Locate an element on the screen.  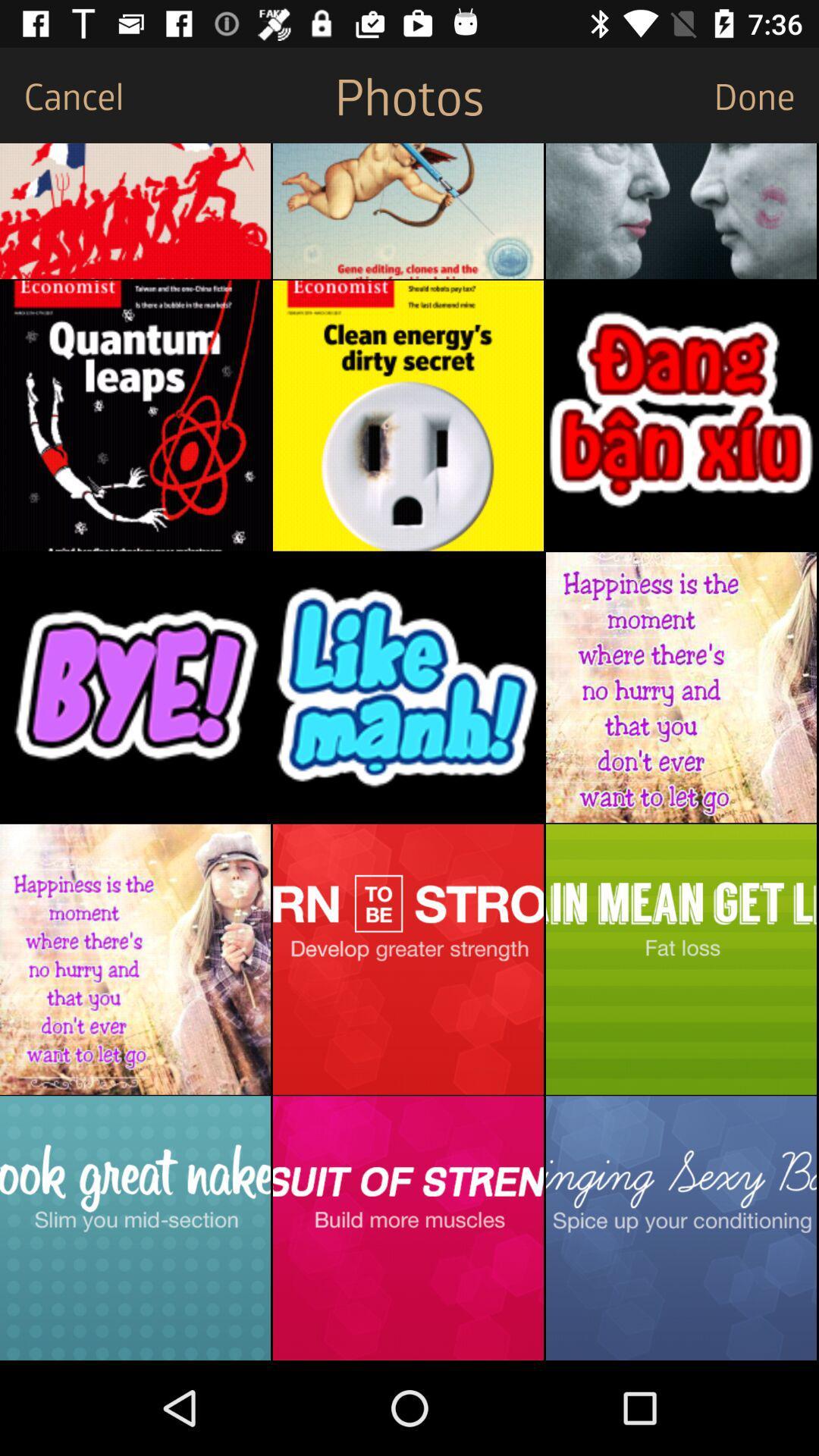
choose photo option is located at coordinates (134, 210).